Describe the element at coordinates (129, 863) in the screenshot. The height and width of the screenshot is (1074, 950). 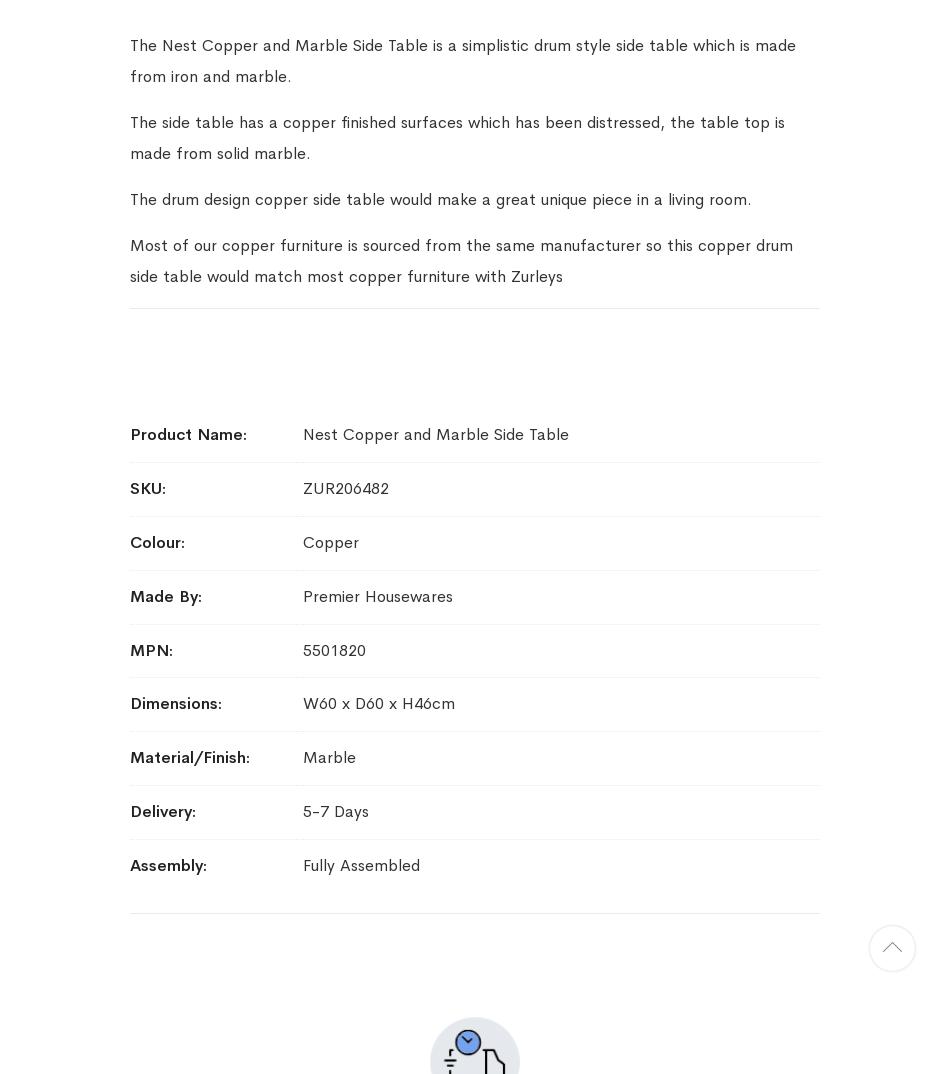
I see `'Assembly'` at that location.